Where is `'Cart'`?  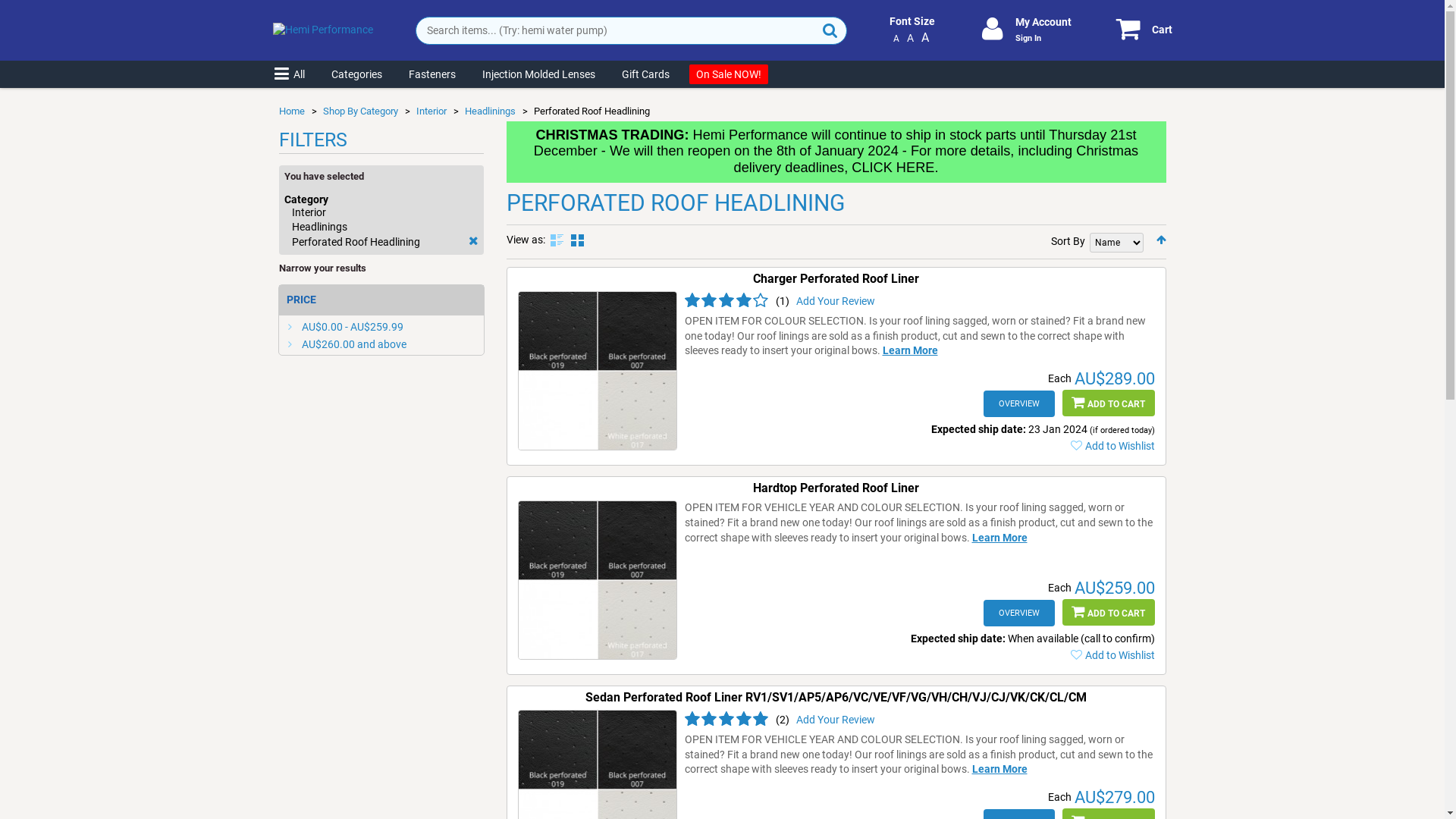
'Cart' is located at coordinates (1092, 30).